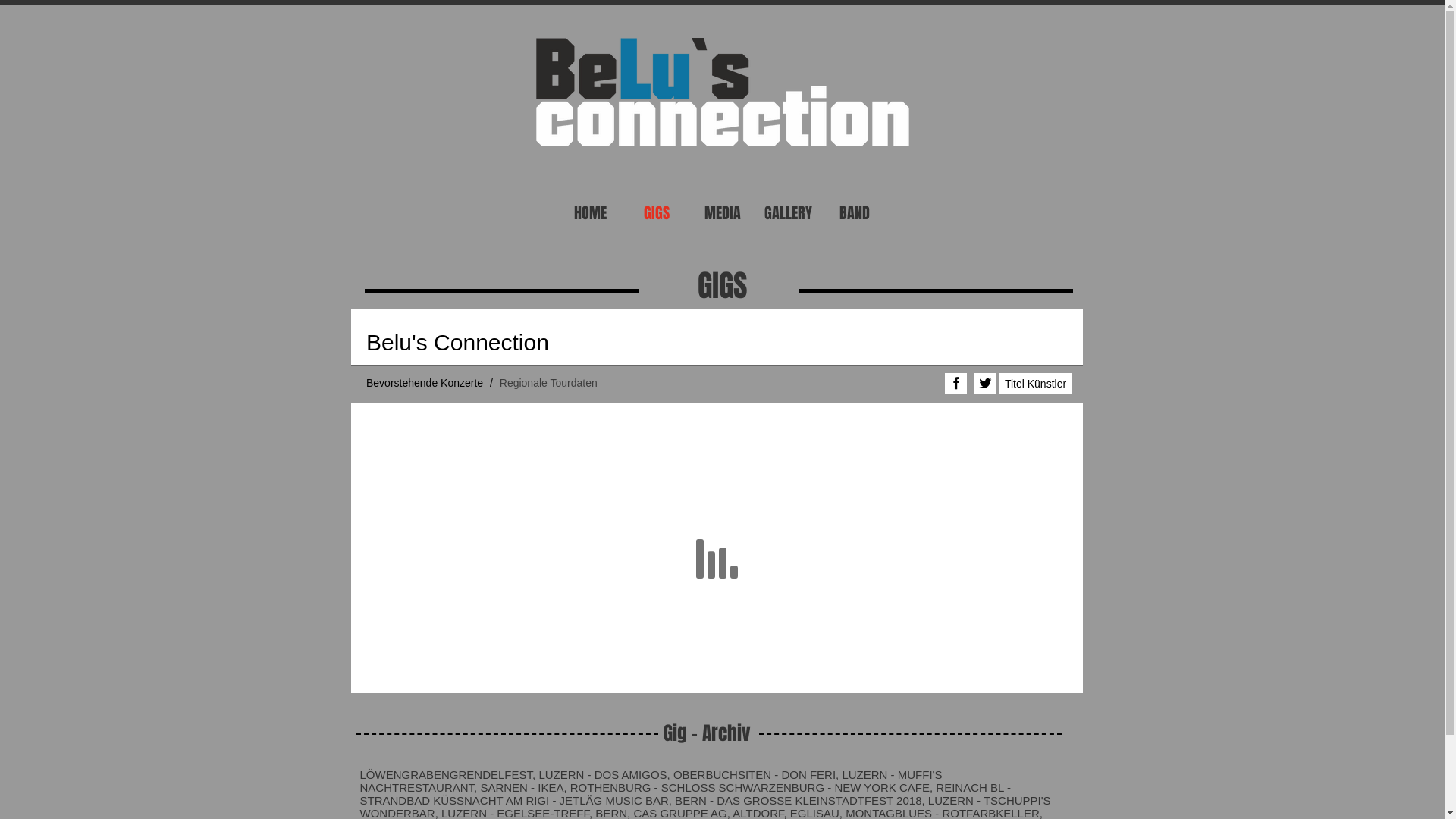  What do you see at coordinates (688, 213) in the screenshot?
I see `'MEDIA'` at bounding box center [688, 213].